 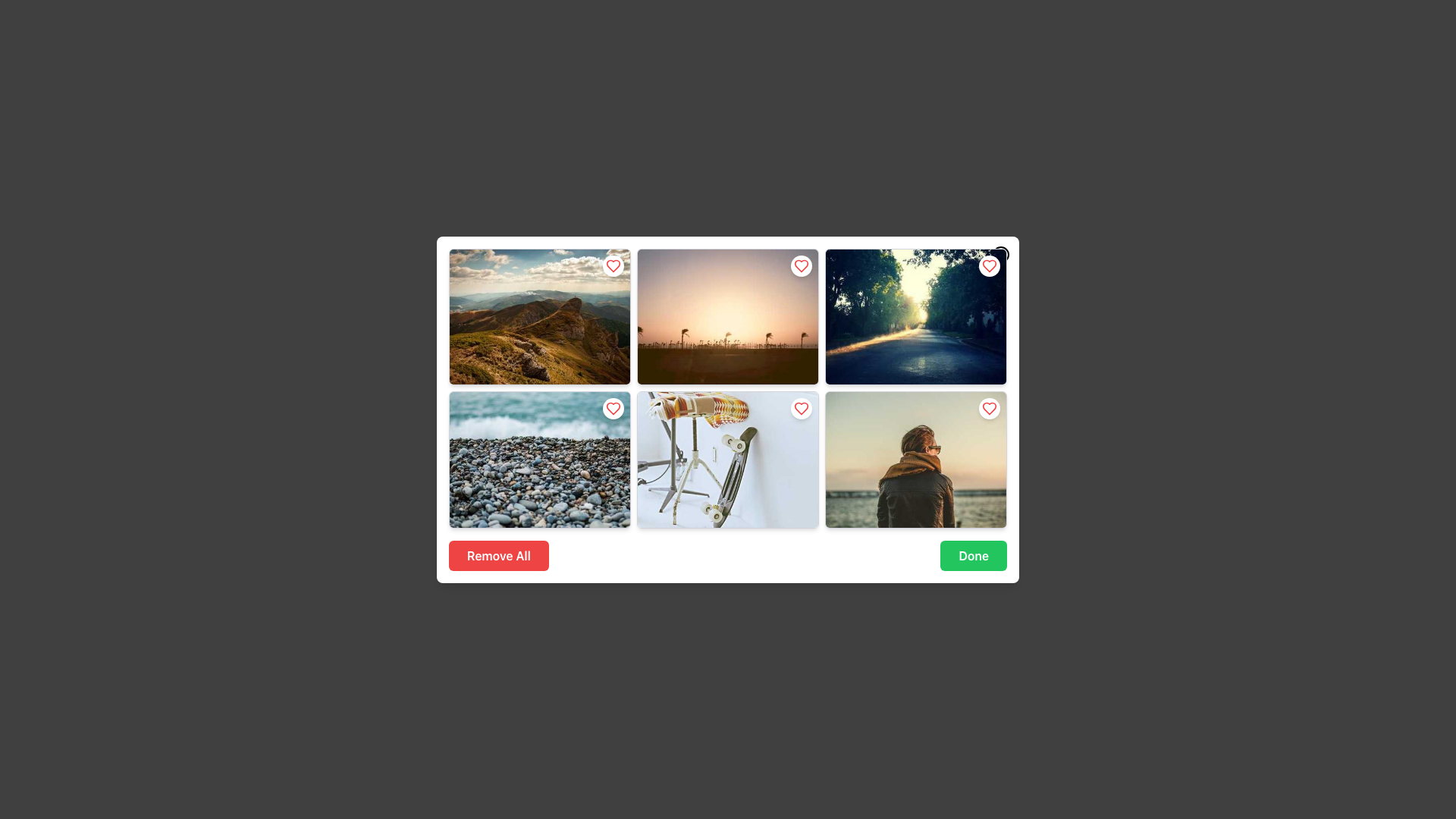 I want to click on the heart-shaped icon button with a red border and hollow interior at the top-right corner of the first image in the grid layout, so click(x=613, y=265).